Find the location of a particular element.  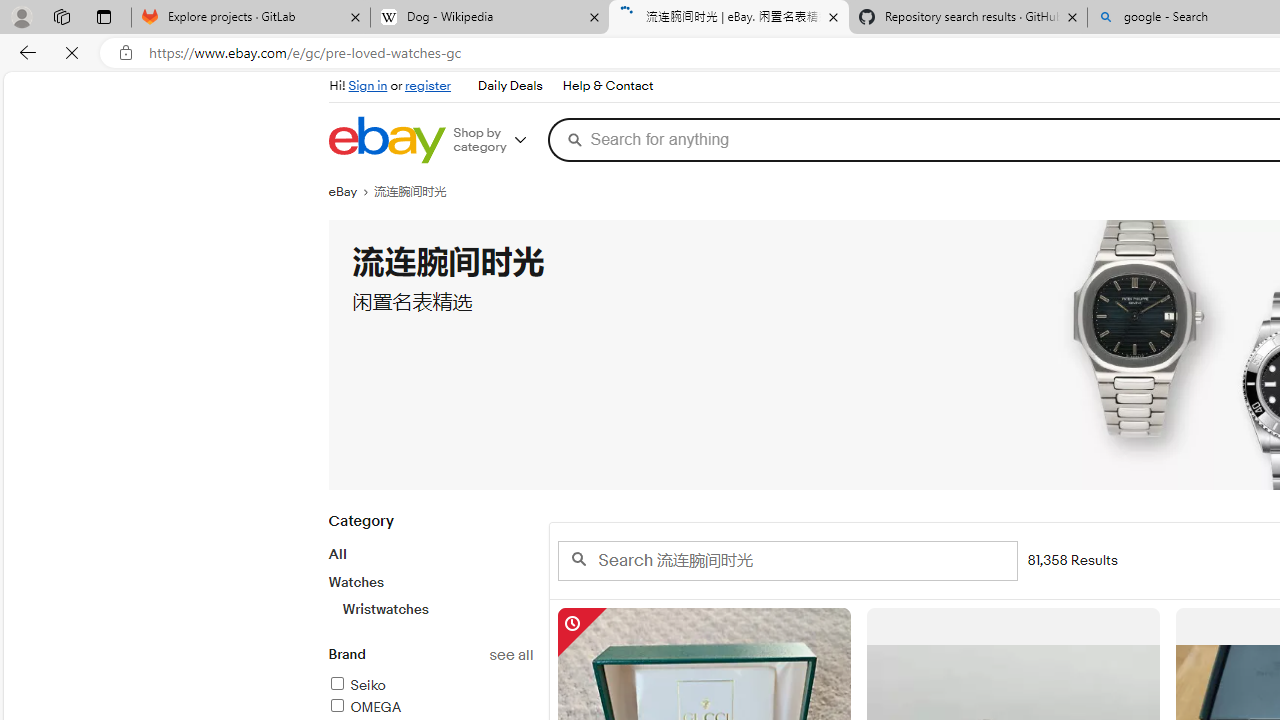

'register' is located at coordinates (427, 85).